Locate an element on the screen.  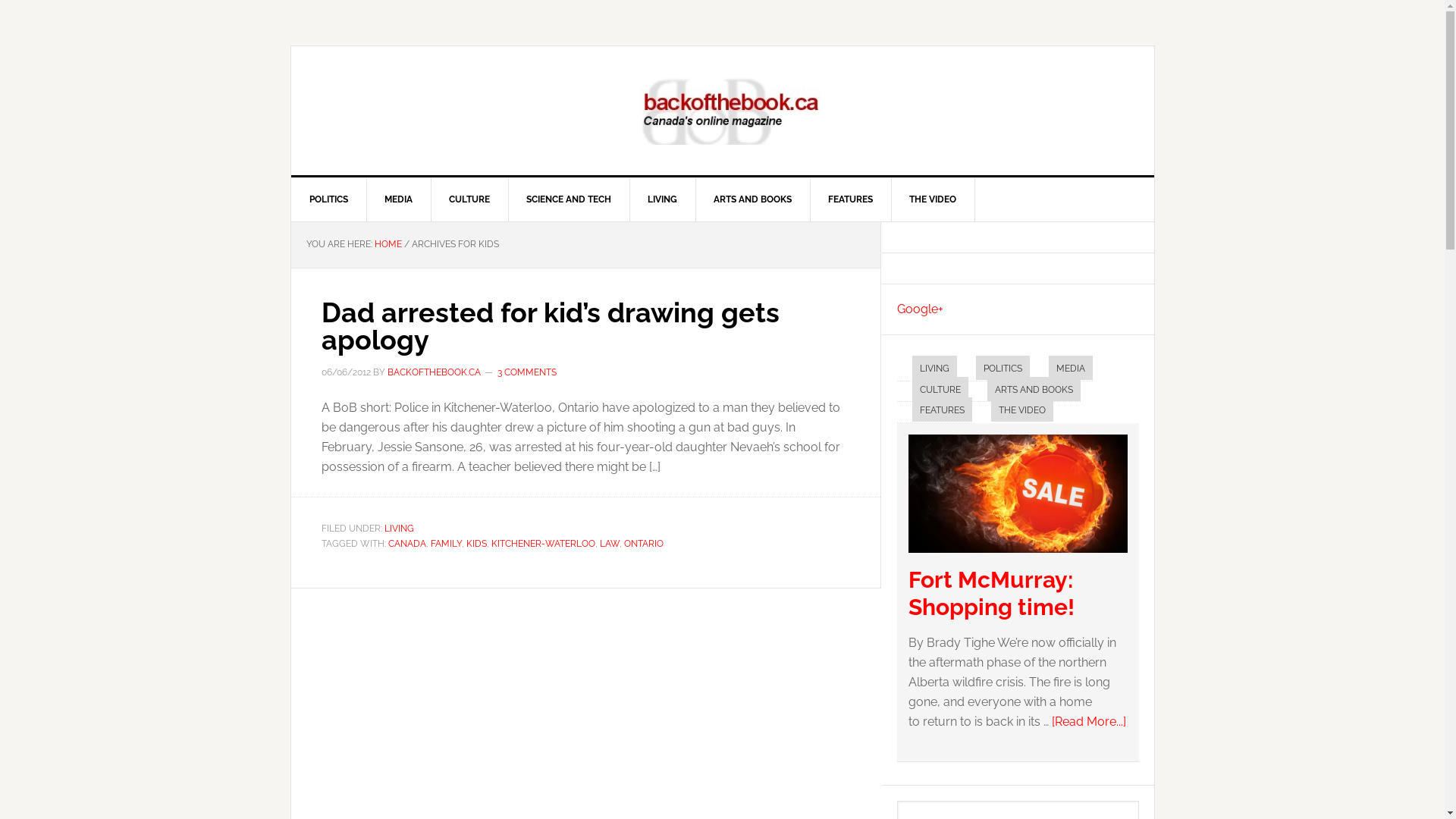
'MEDIA' is located at coordinates (365, 198).